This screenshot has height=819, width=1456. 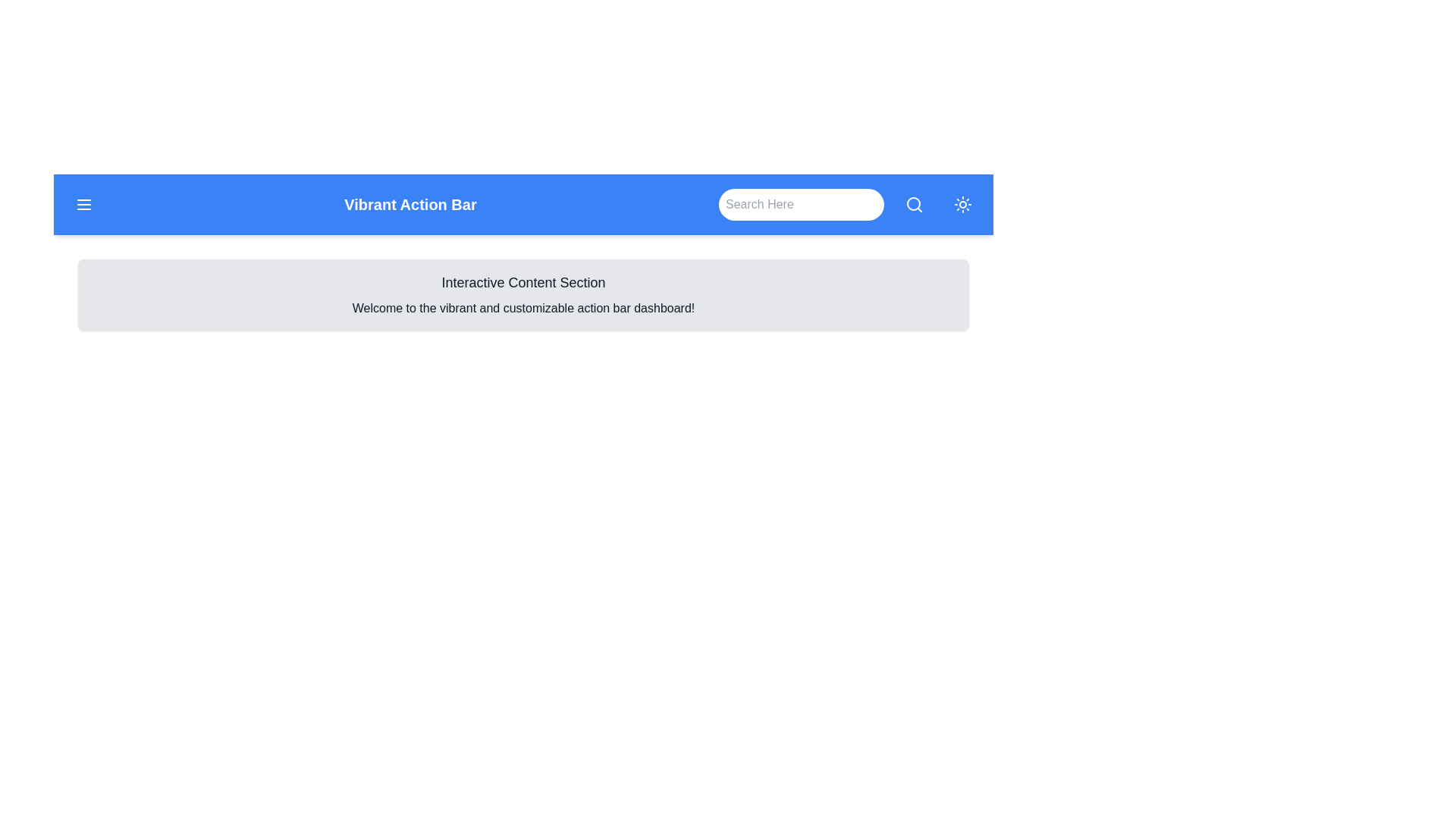 I want to click on the button with the sun icon to toggle the theme, so click(x=962, y=205).